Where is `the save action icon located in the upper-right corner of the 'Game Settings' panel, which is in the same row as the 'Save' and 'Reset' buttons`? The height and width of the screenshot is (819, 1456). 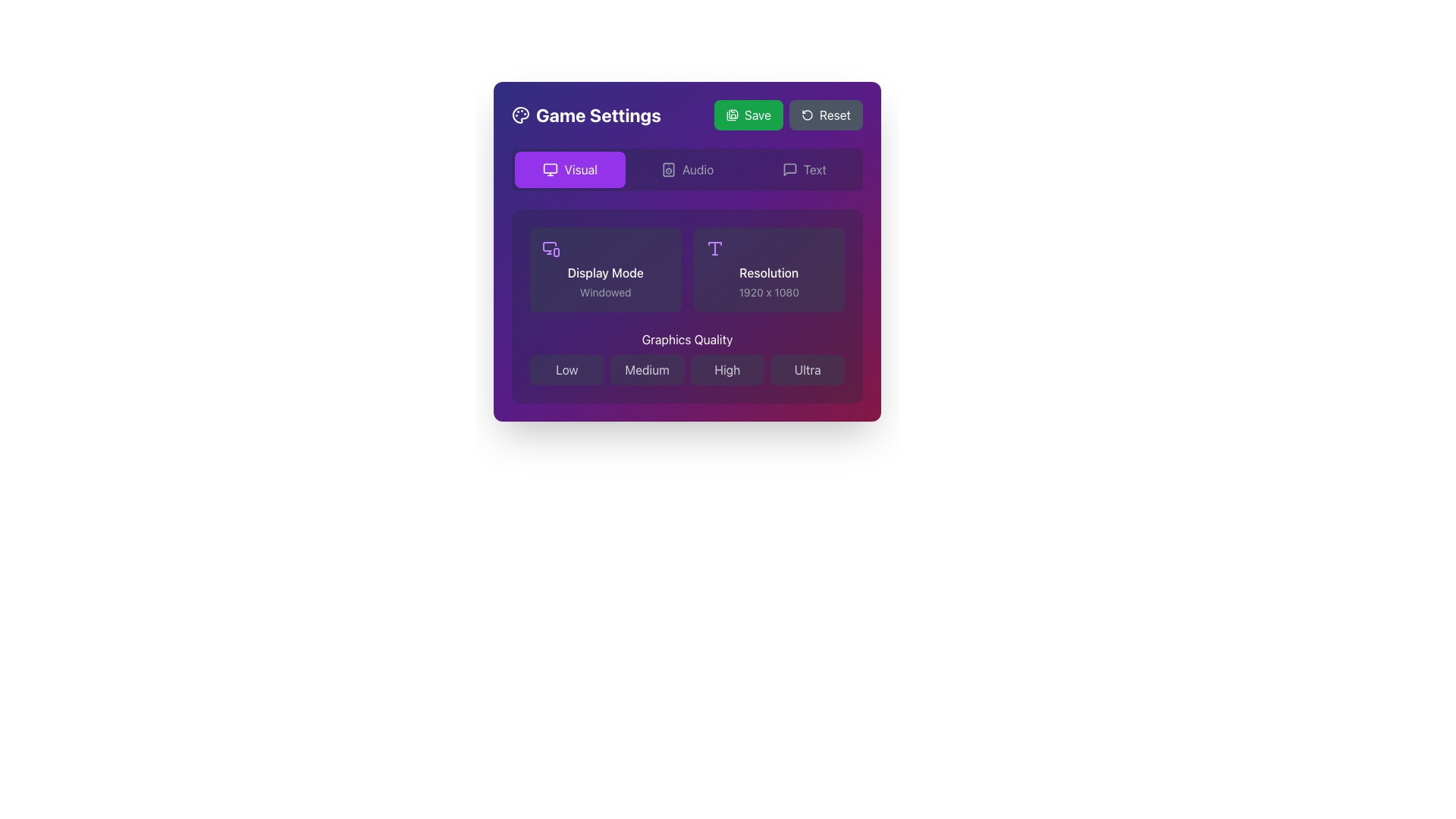 the save action icon located in the upper-right corner of the 'Game Settings' panel, which is in the same row as the 'Save' and 'Reset' buttons is located at coordinates (733, 113).